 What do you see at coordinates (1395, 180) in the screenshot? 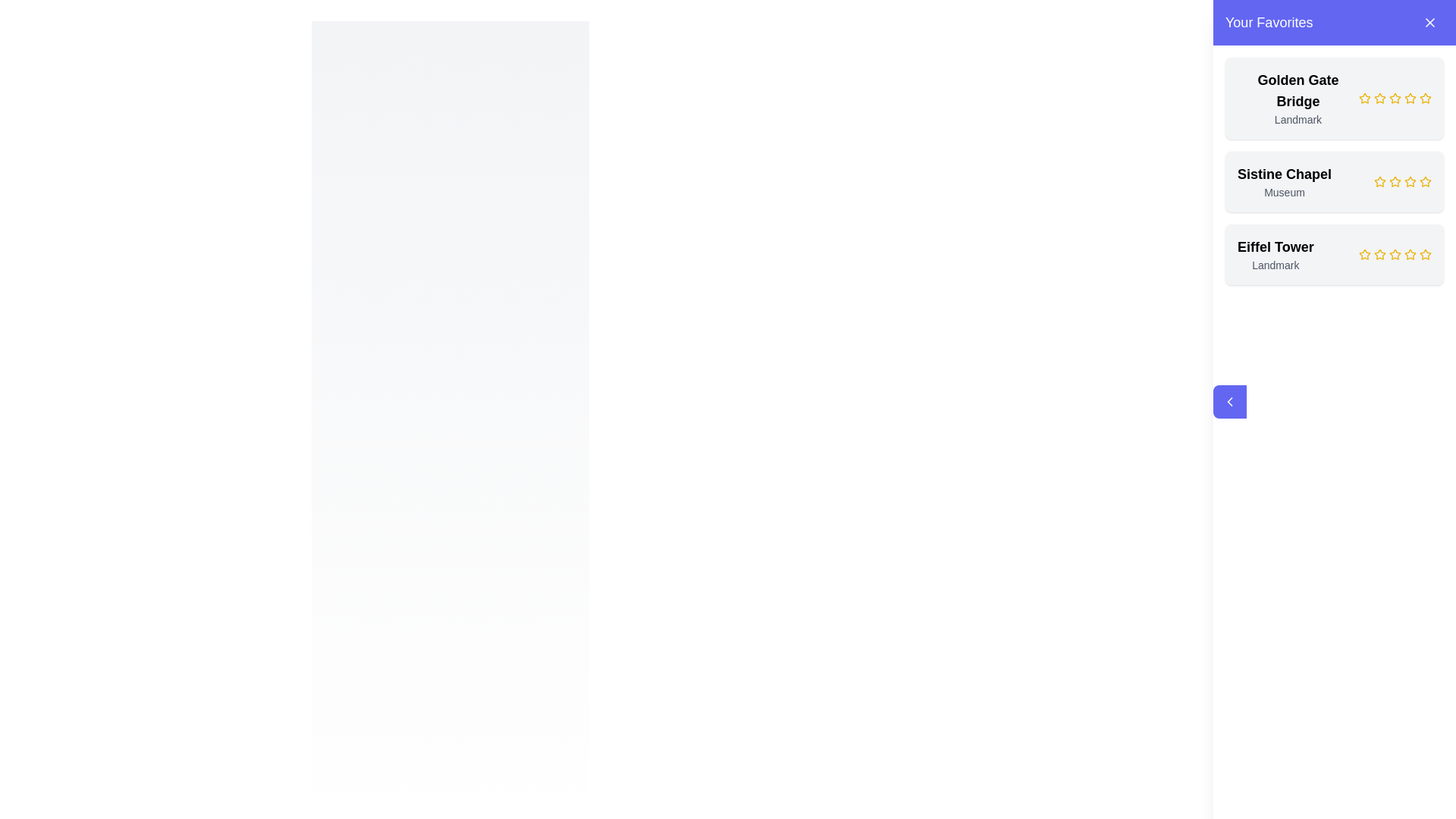
I see `the third star icon in the rating system within the 'Sistine Chapel' card in the 'Your Favorites' section` at bounding box center [1395, 180].